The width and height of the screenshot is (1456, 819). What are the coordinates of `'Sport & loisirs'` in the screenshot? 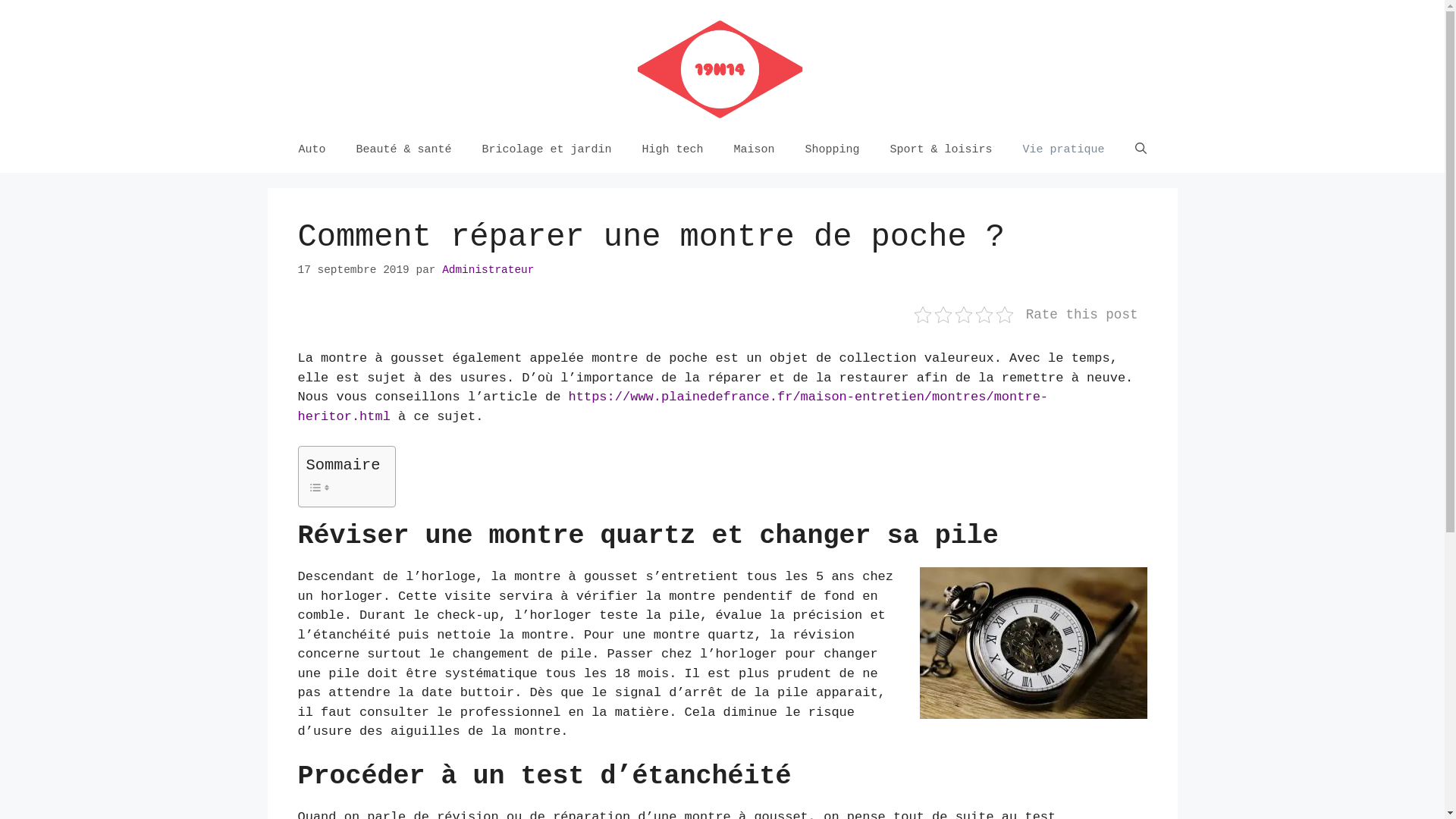 It's located at (940, 149).